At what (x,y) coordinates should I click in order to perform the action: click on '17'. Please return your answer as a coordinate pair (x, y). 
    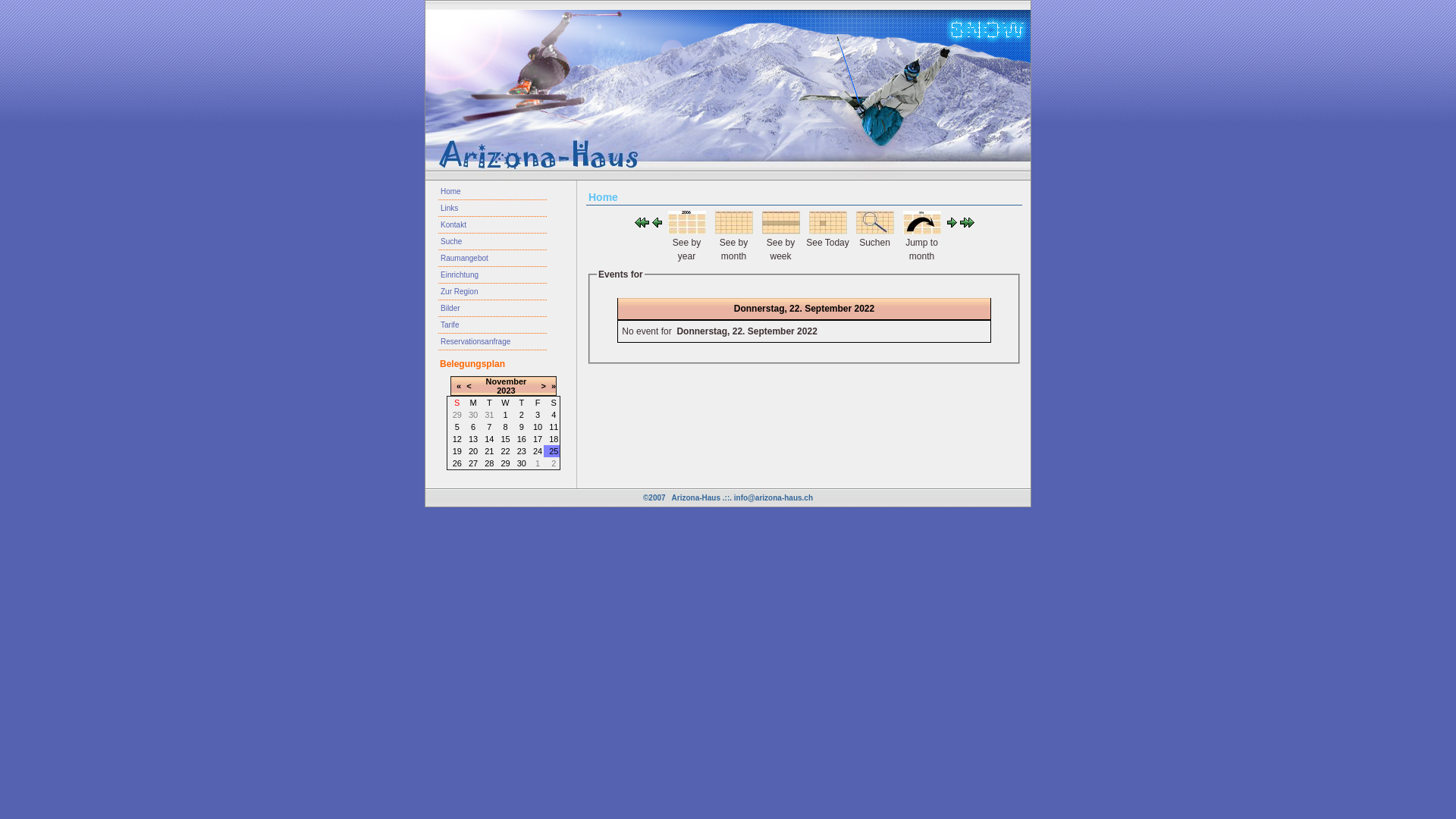
    Looking at the image, I should click on (538, 438).